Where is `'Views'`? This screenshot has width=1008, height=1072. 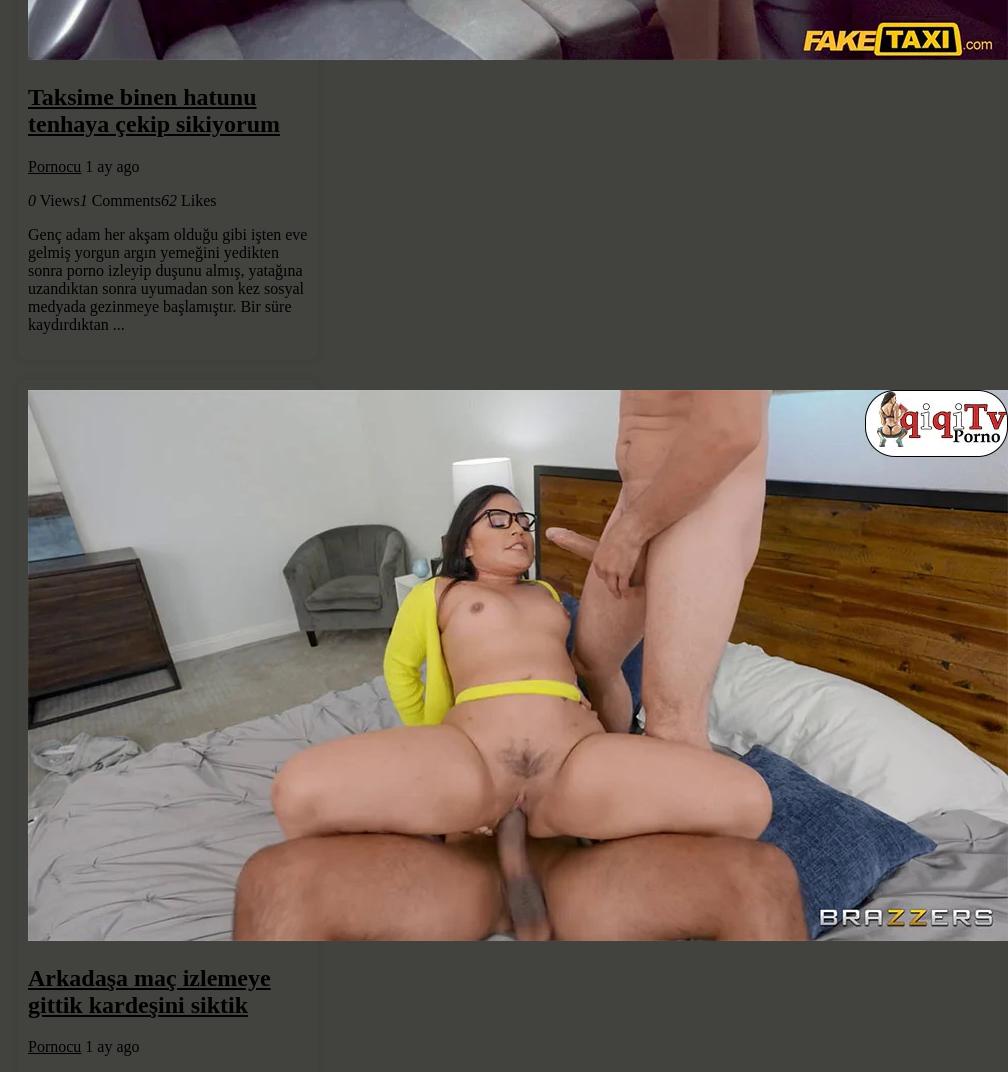
'Views' is located at coordinates (58, 198).